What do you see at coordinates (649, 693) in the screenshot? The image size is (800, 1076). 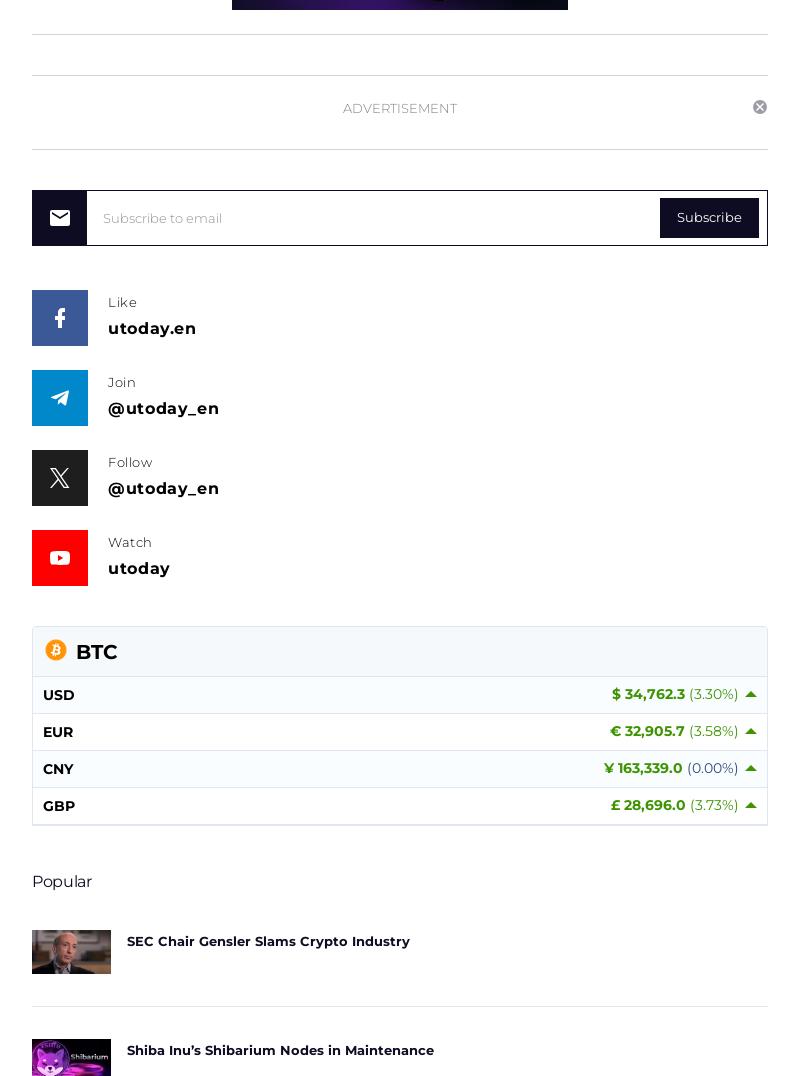 I see `'$ 34,762.3'` at bounding box center [649, 693].